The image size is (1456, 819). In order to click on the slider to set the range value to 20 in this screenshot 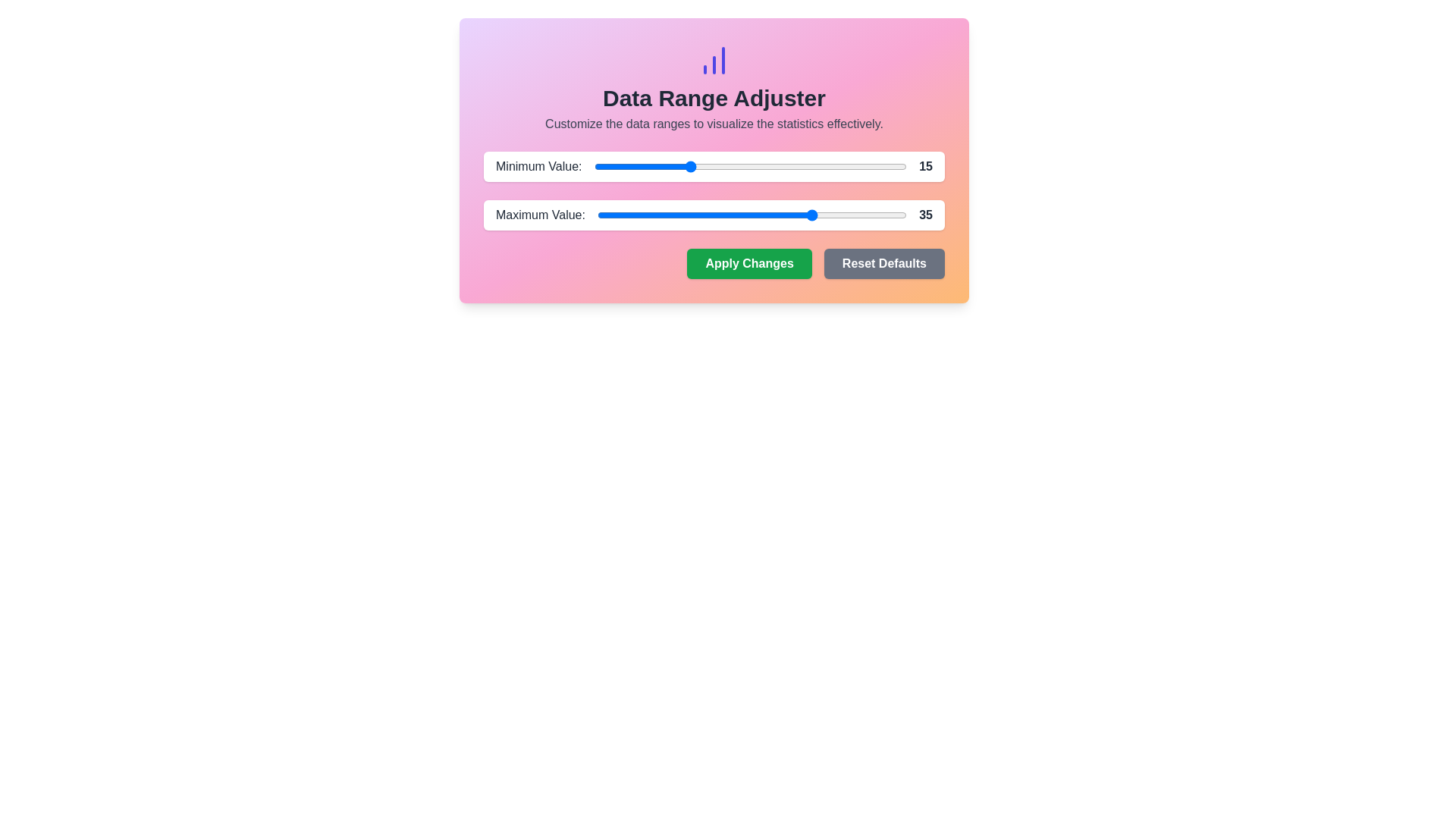, I will do `click(718, 166)`.